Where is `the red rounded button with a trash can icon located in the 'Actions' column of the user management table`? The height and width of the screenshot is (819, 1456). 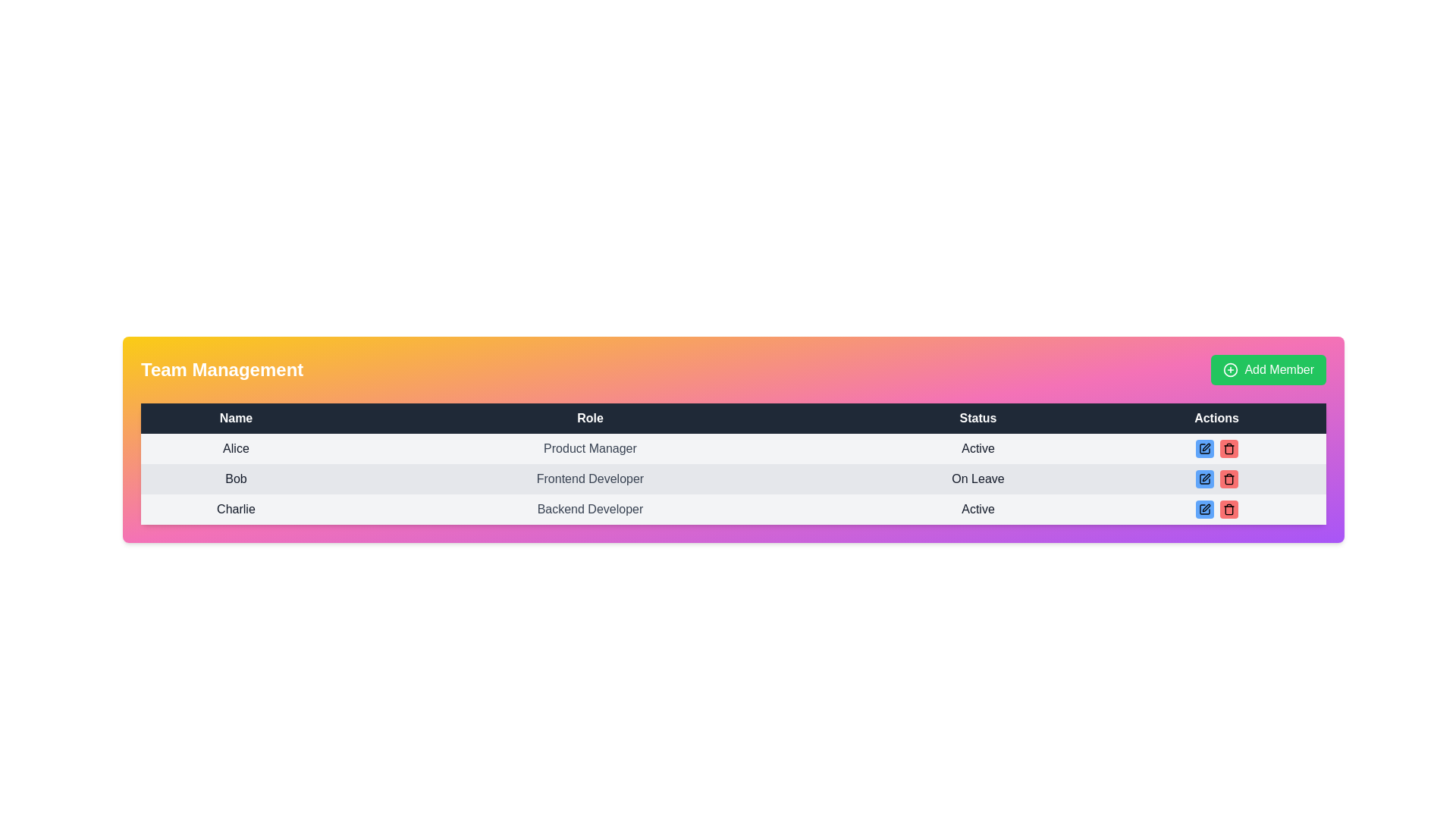 the red rounded button with a trash can icon located in the 'Actions' column of the user management table is located at coordinates (1228, 509).